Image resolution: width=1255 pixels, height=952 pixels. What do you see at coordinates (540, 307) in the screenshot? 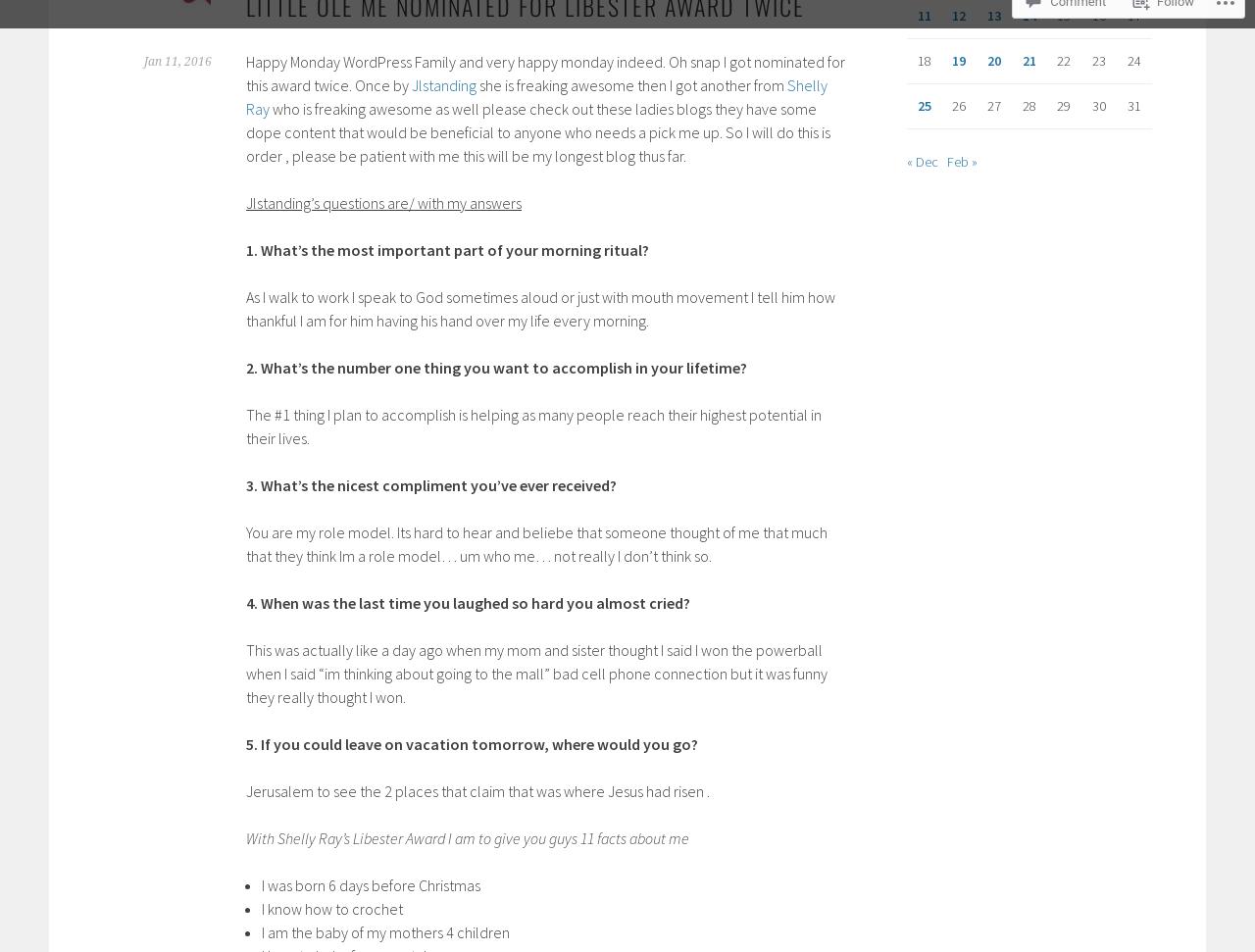
I see `'As I walk to work I speak to God sometimes aloud or just with mouth movement I tell him how thankful I am for him having his hand over my life every morning.'` at bounding box center [540, 307].